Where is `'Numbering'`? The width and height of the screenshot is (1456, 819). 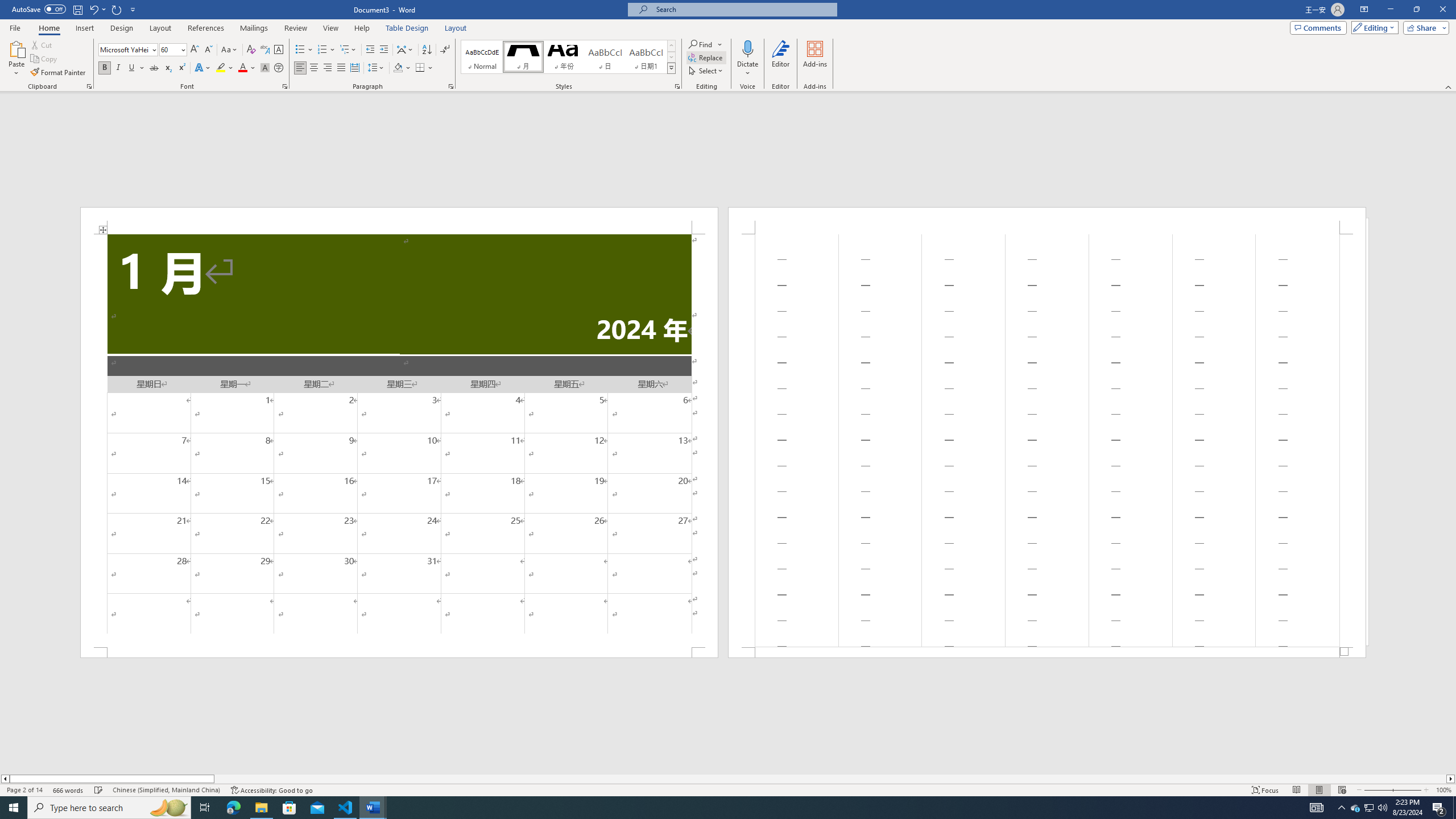 'Numbering' is located at coordinates (326, 49).